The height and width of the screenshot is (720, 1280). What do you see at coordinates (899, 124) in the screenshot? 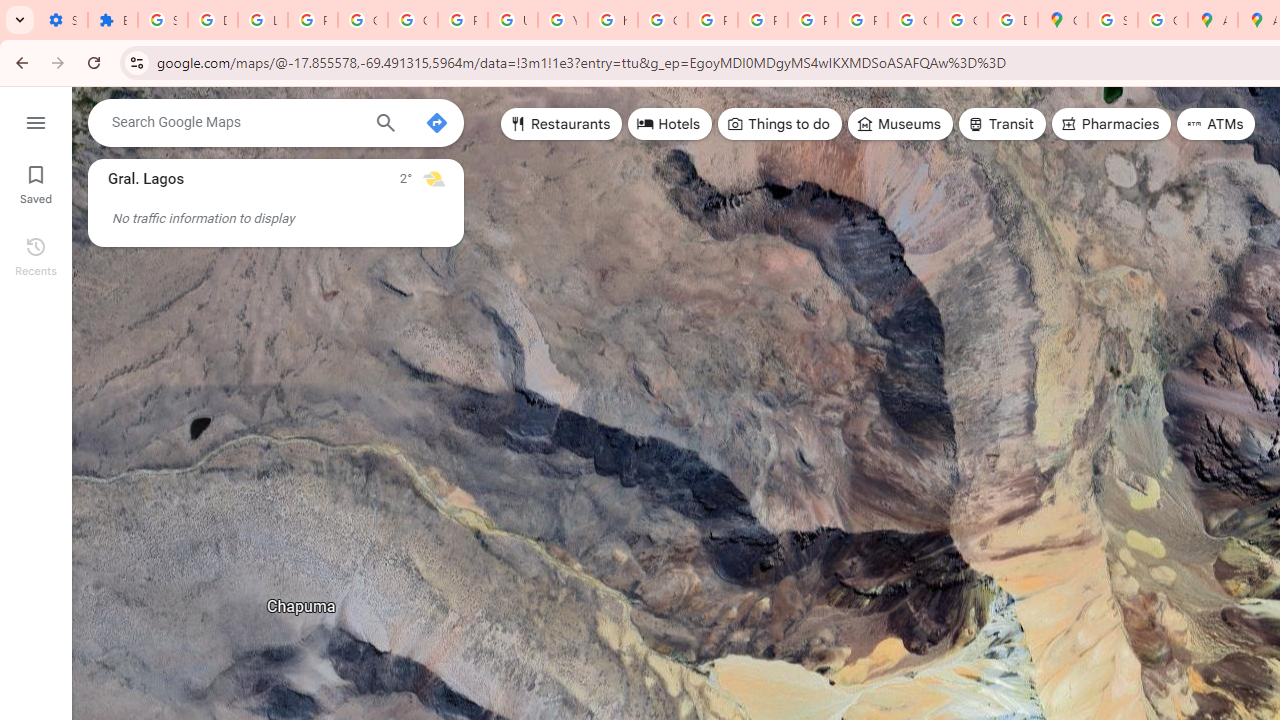
I see `'Museums'` at bounding box center [899, 124].